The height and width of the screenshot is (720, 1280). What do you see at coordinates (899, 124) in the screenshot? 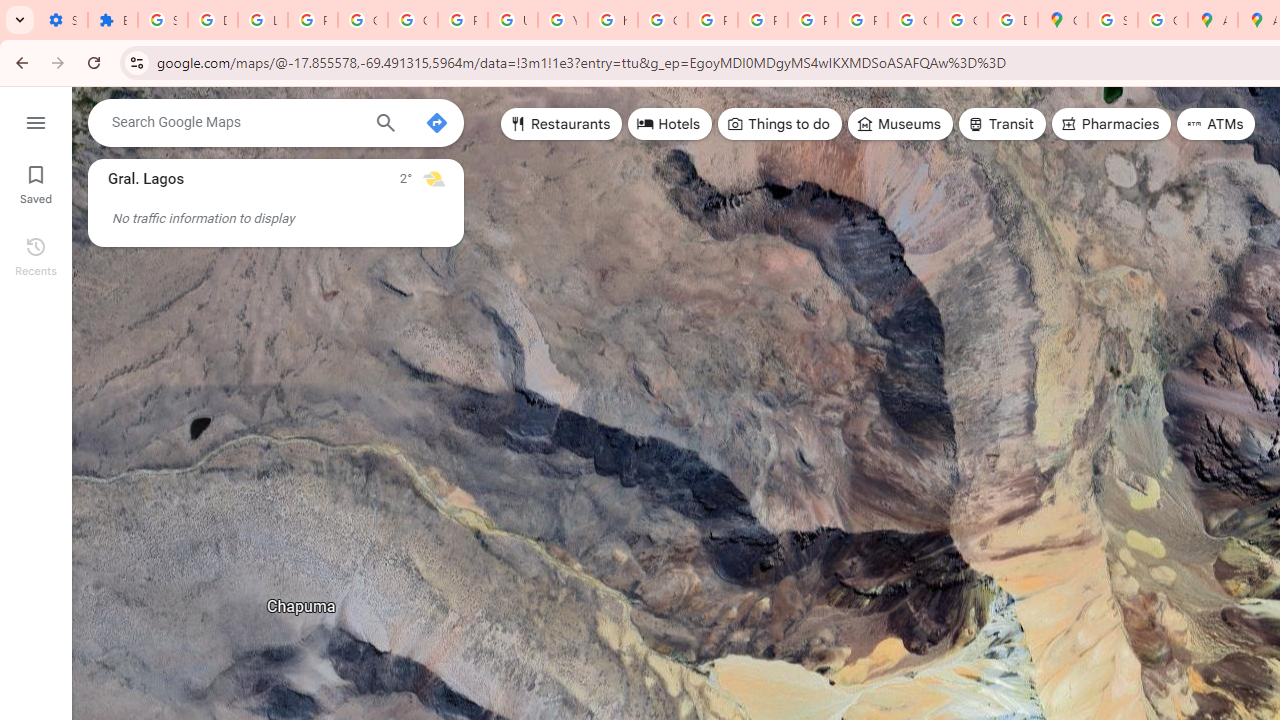
I see `'Museums'` at bounding box center [899, 124].